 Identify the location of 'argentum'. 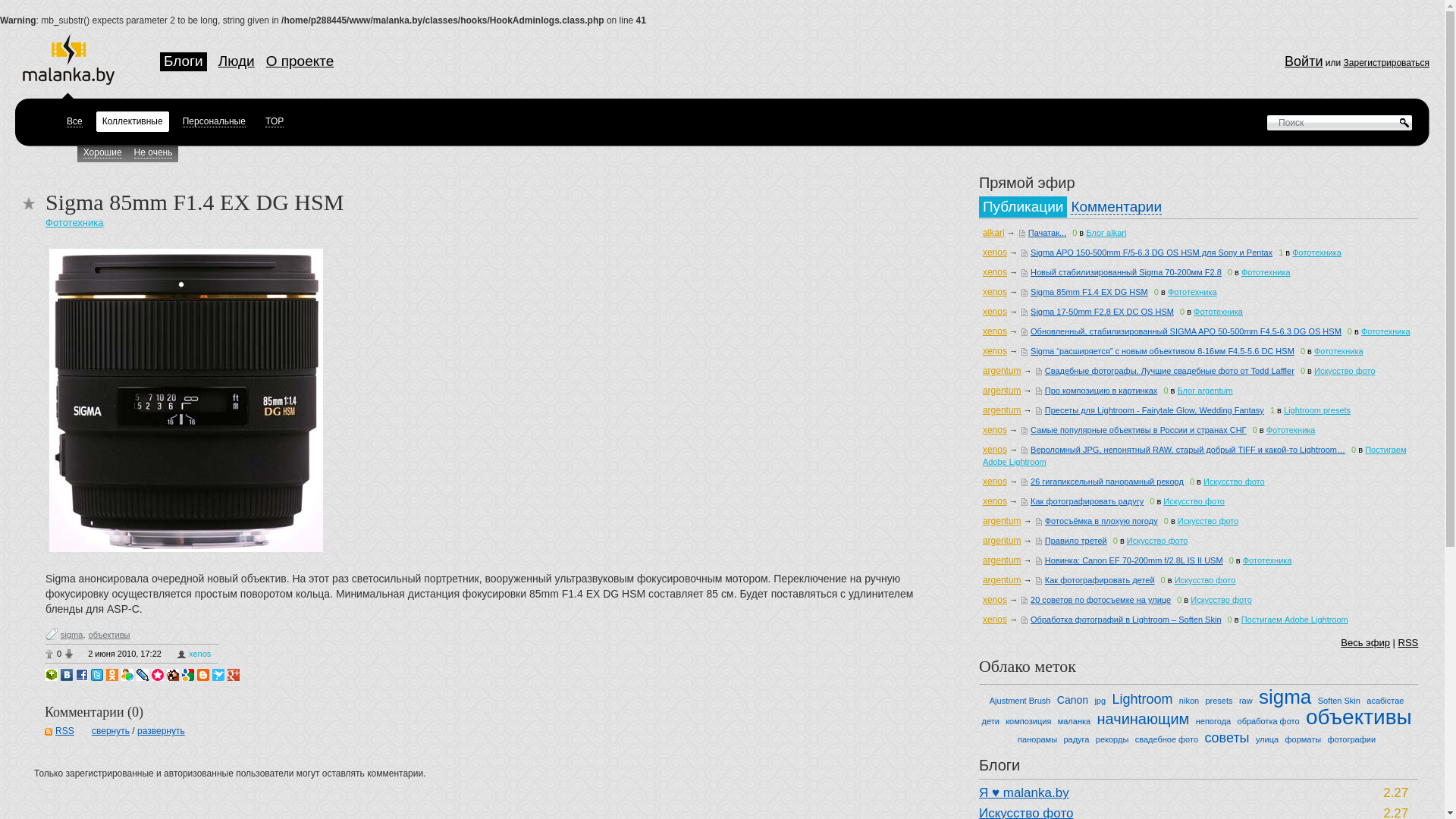
(1002, 519).